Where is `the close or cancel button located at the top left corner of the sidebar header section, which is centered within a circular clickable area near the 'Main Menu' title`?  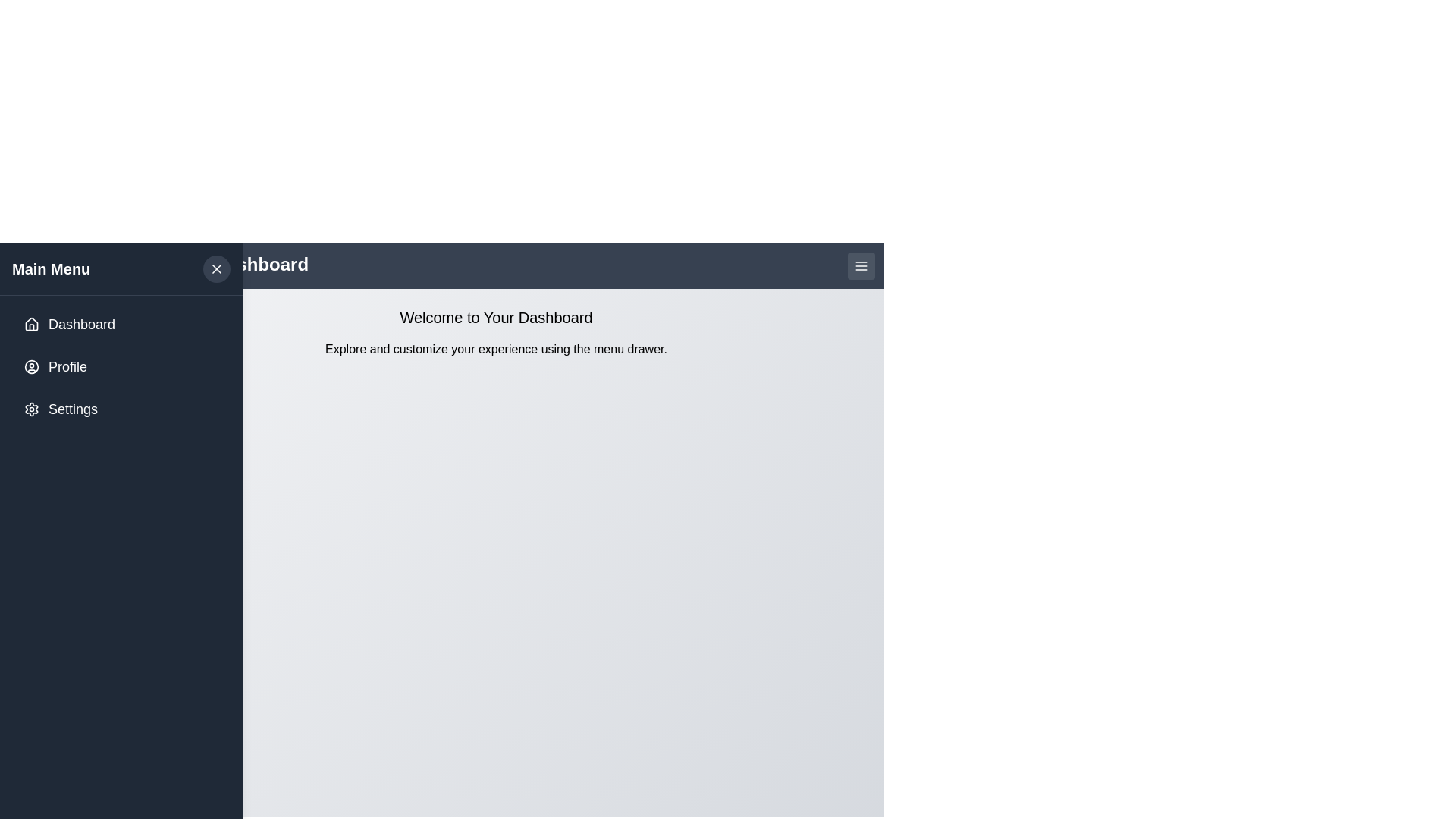 the close or cancel button located at the top left corner of the sidebar header section, which is centered within a circular clickable area near the 'Main Menu' title is located at coordinates (216, 268).